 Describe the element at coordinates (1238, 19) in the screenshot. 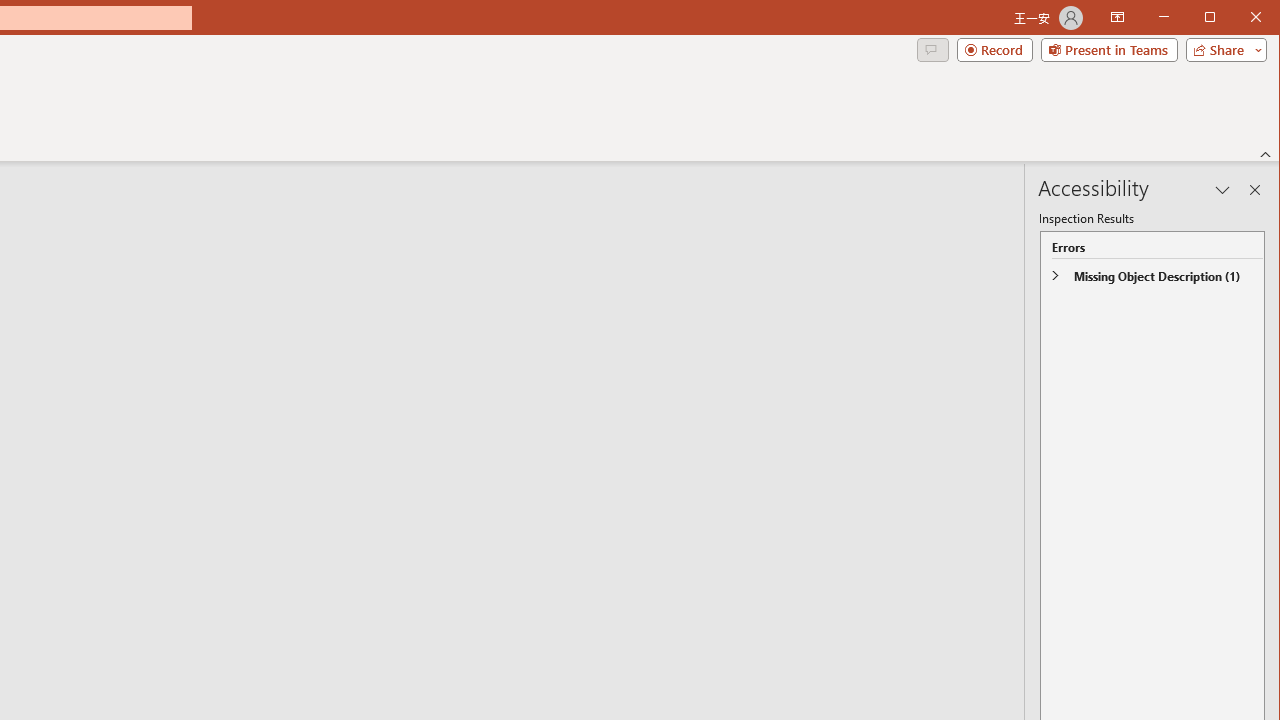

I see `'Maximize'` at that location.